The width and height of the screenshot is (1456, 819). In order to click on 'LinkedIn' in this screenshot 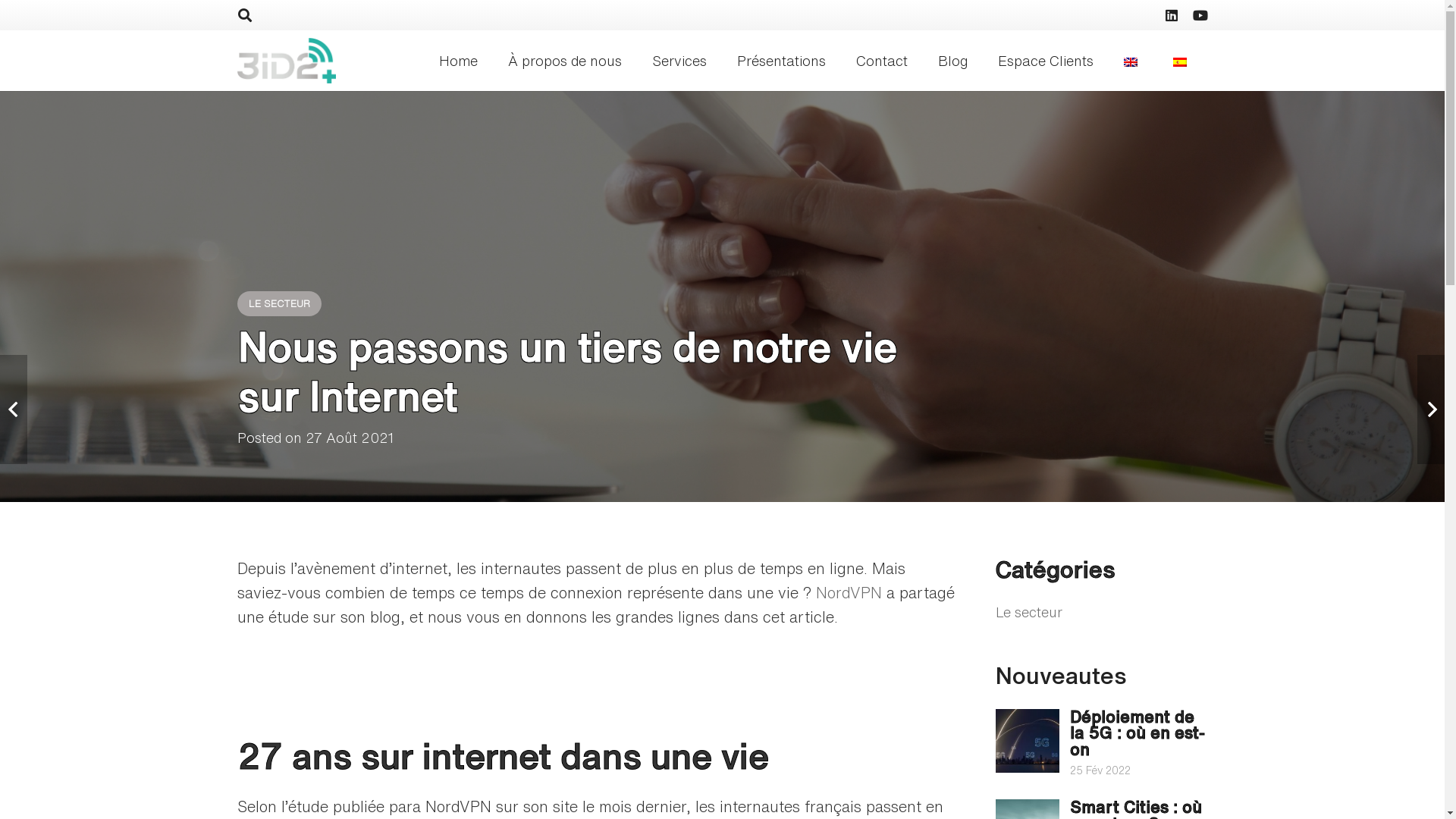, I will do `click(1170, 14)`.